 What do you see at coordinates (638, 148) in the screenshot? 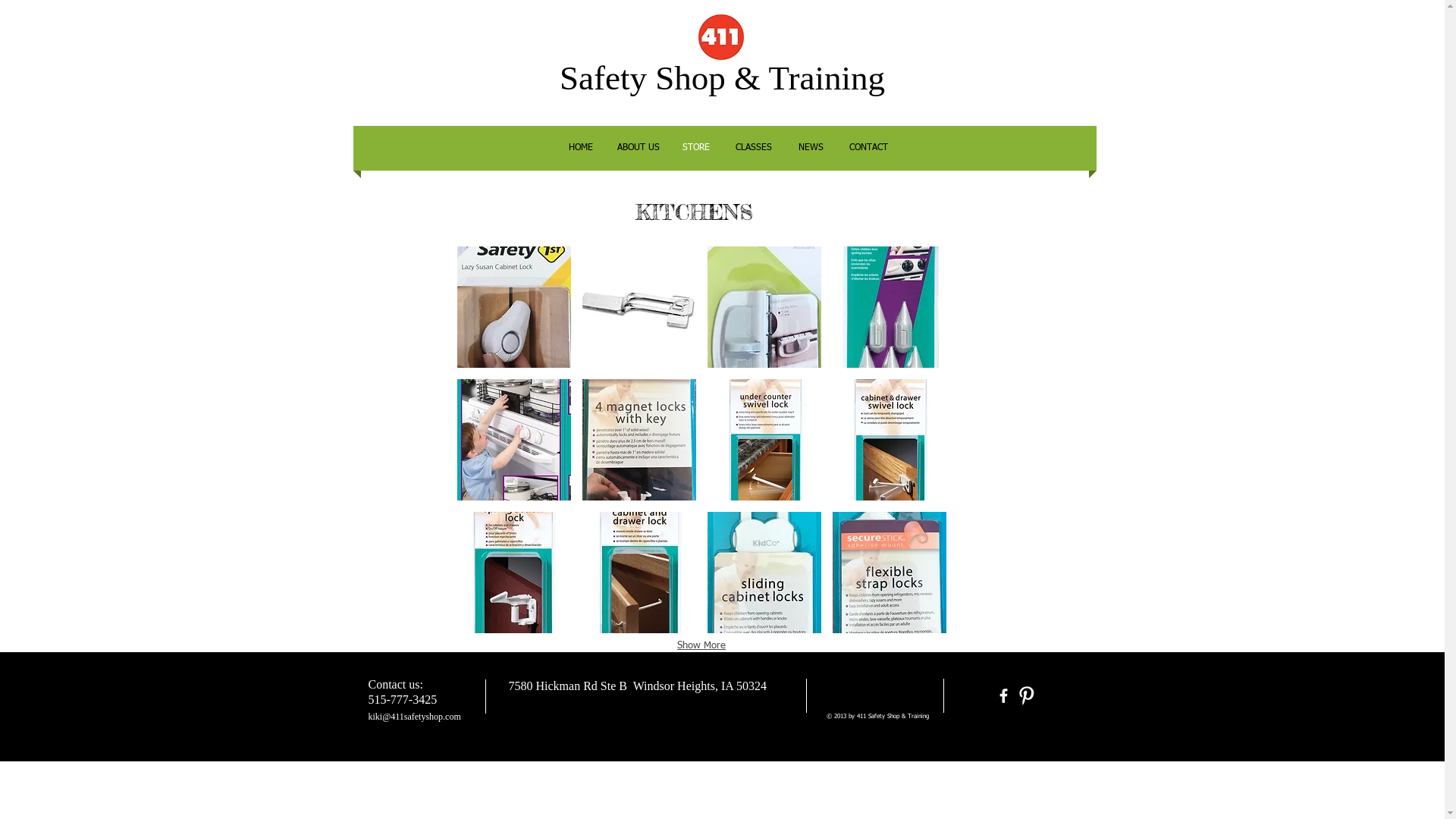
I see `'ABOUT US'` at bounding box center [638, 148].